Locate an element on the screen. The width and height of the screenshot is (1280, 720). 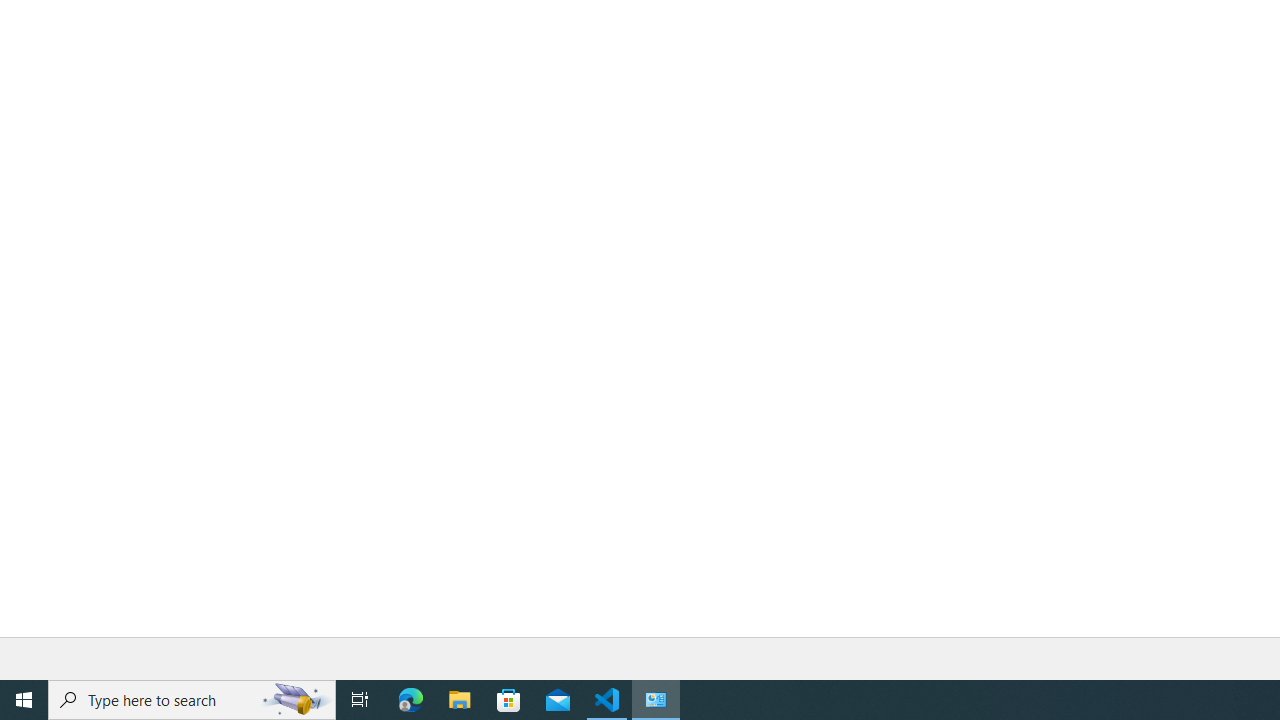
'Type here to search' is located at coordinates (192, 698).